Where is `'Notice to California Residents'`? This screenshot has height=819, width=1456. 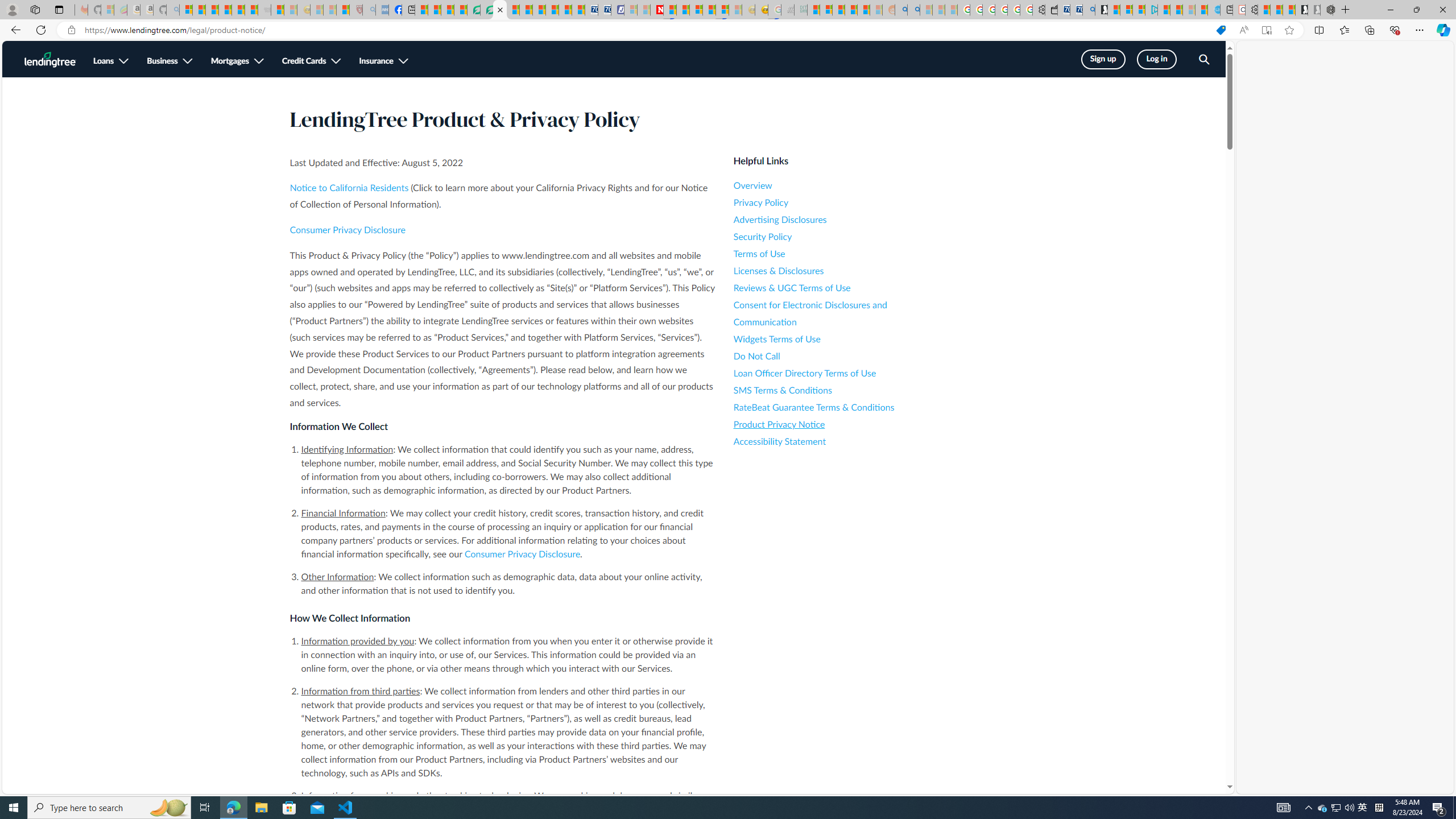 'Notice to California Residents' is located at coordinates (349, 188).